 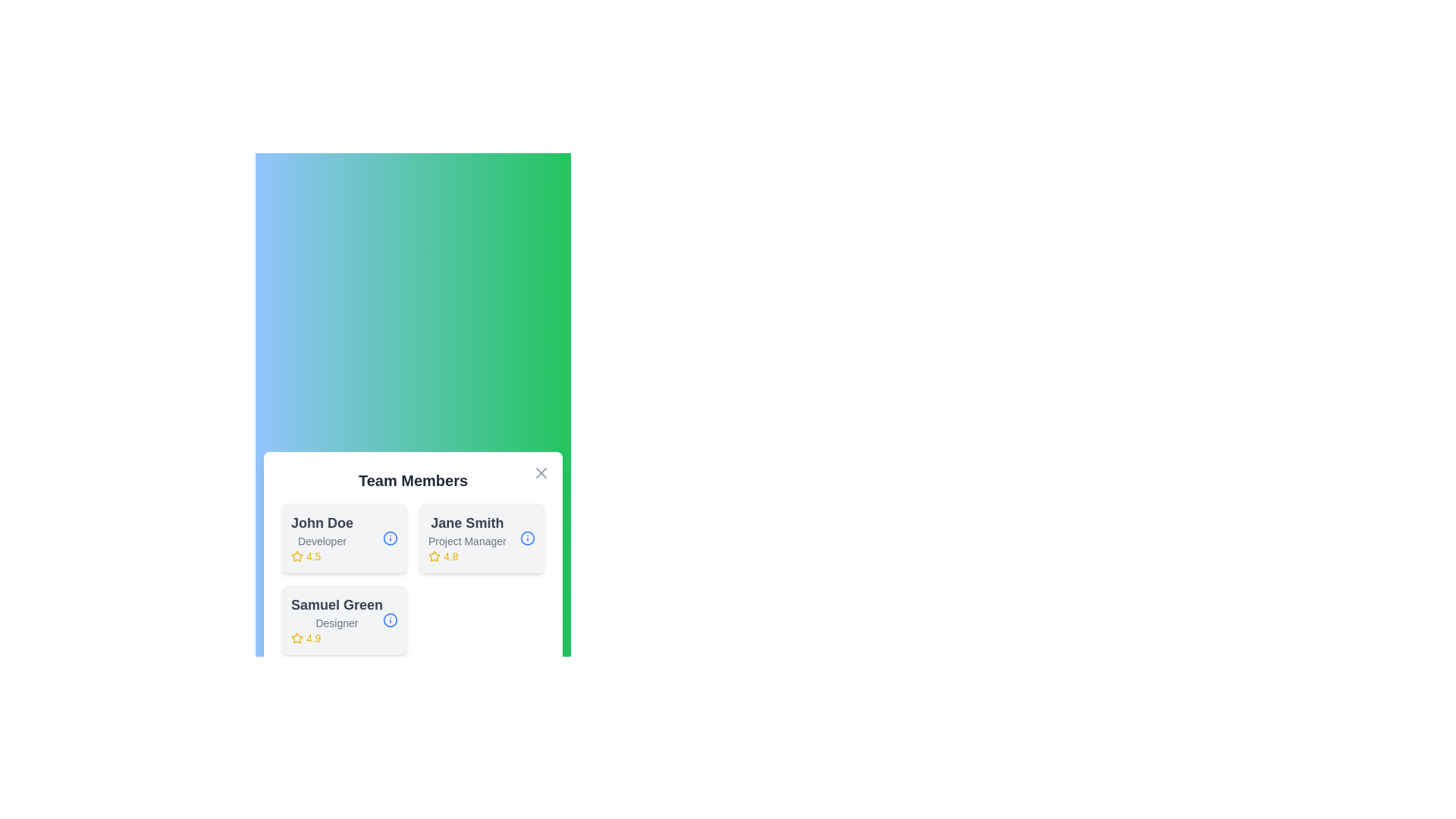 I want to click on the profile card of John Doe, so click(x=344, y=537).